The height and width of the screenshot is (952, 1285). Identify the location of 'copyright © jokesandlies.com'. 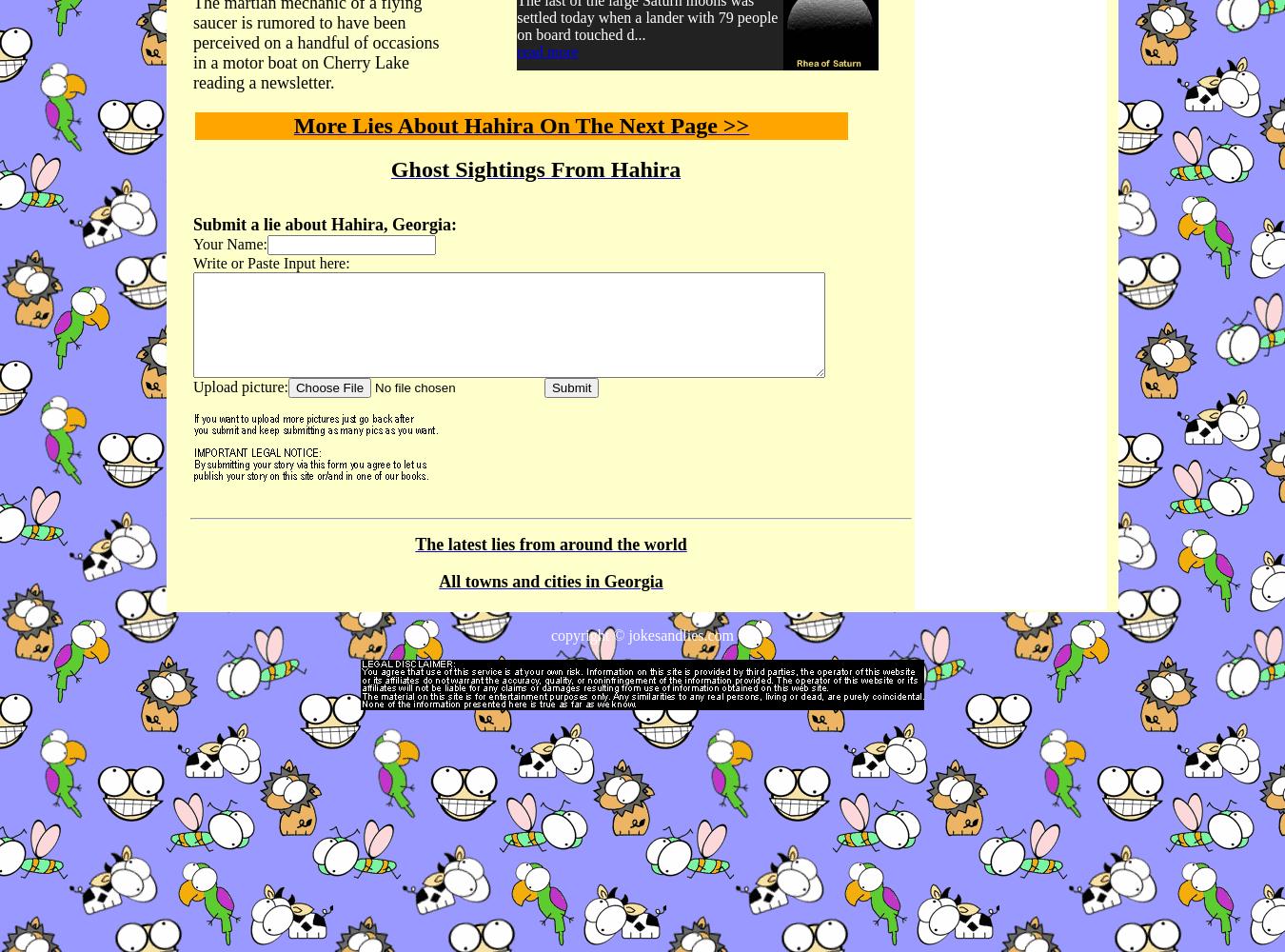
(642, 635).